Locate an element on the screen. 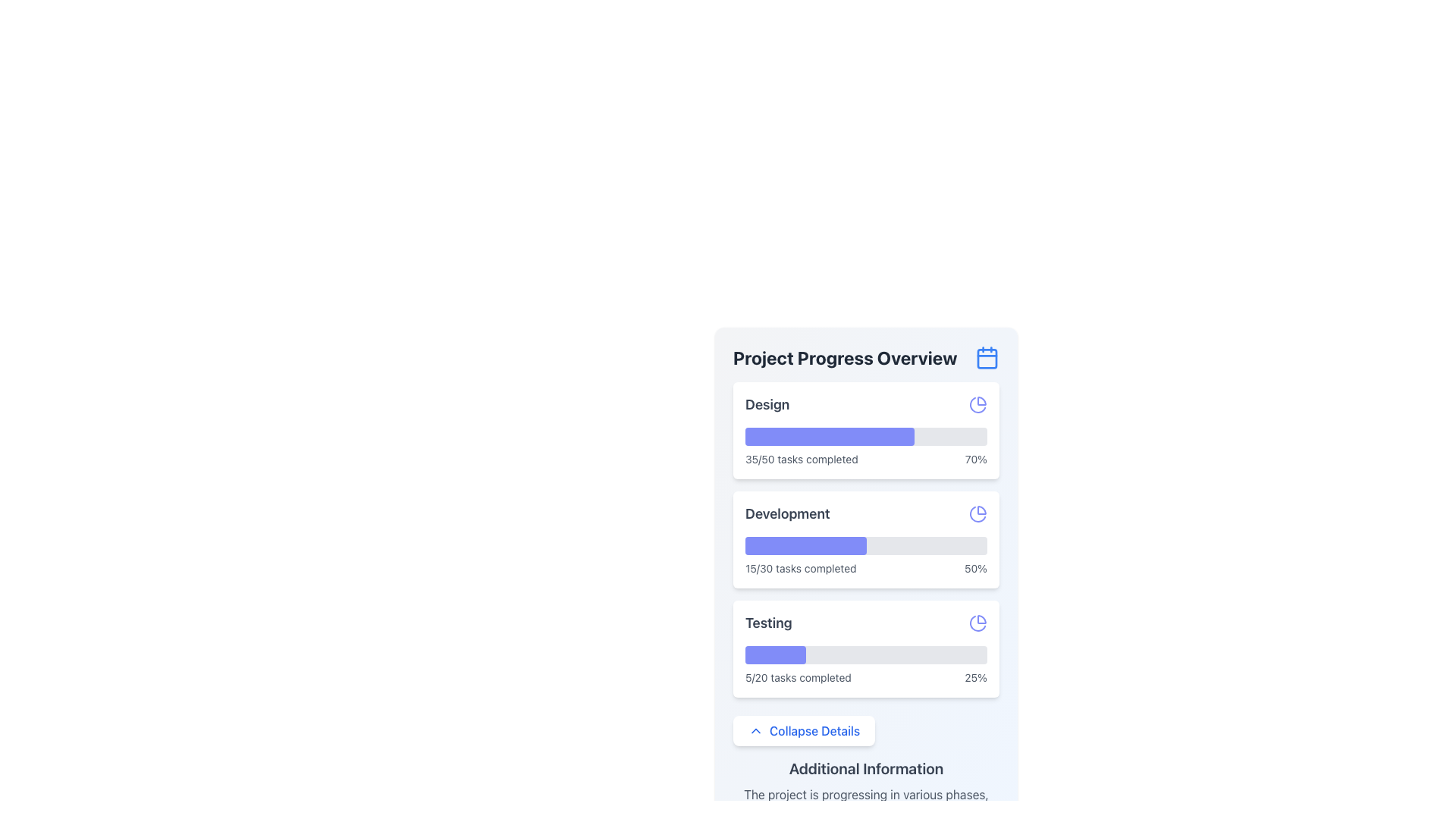 This screenshot has width=1456, height=819. the Static Text Label displaying '70%' which is positioned at the end of the text '35/50 tasks completed 70%' in the progress card titled 'Design' is located at coordinates (976, 458).